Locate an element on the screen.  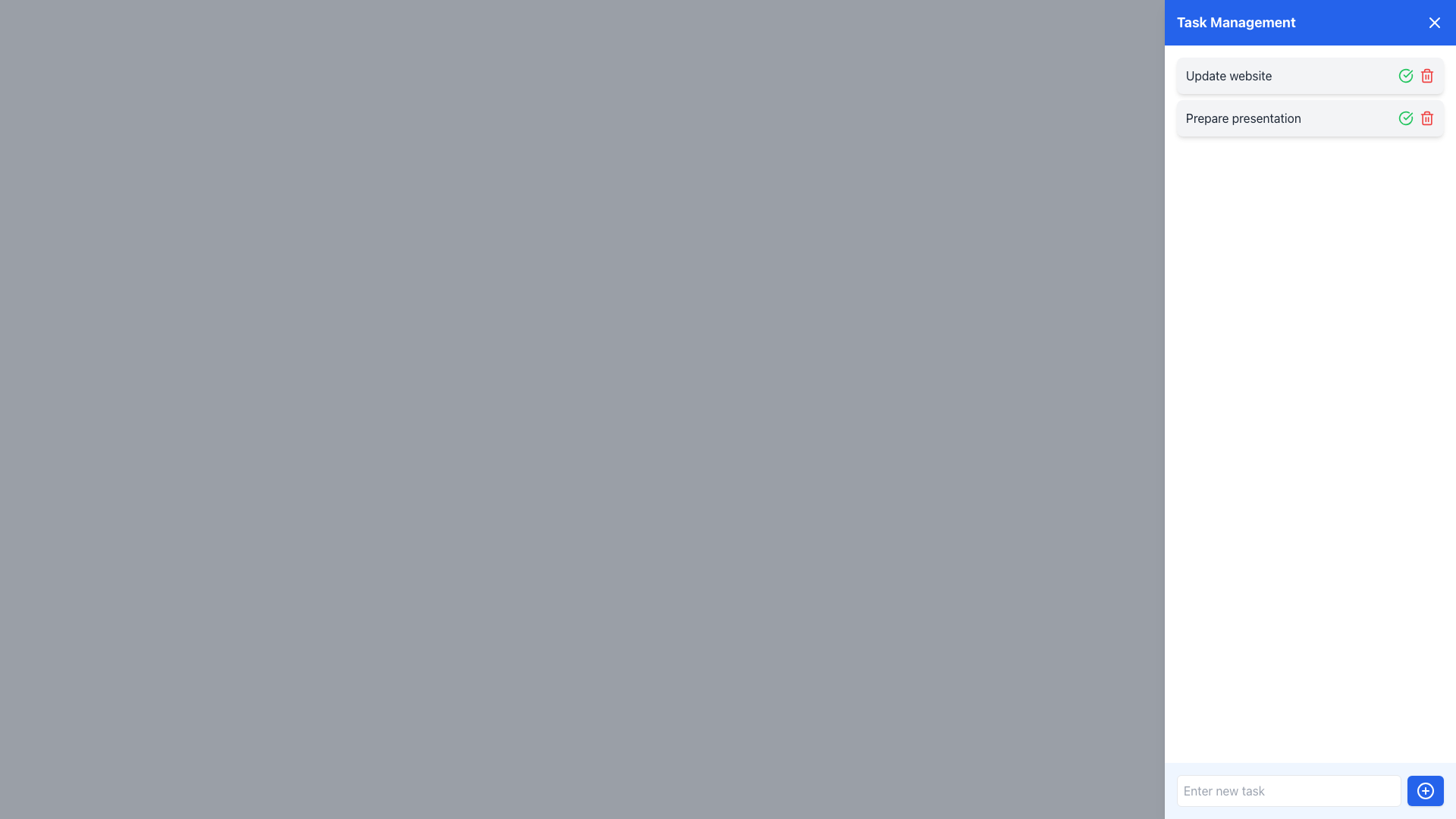
the delete button located to the right of the green checkmark icon in the second row of the Task Management section, which corresponds to the task labeled 'Prepare presentation' is located at coordinates (1426, 117).